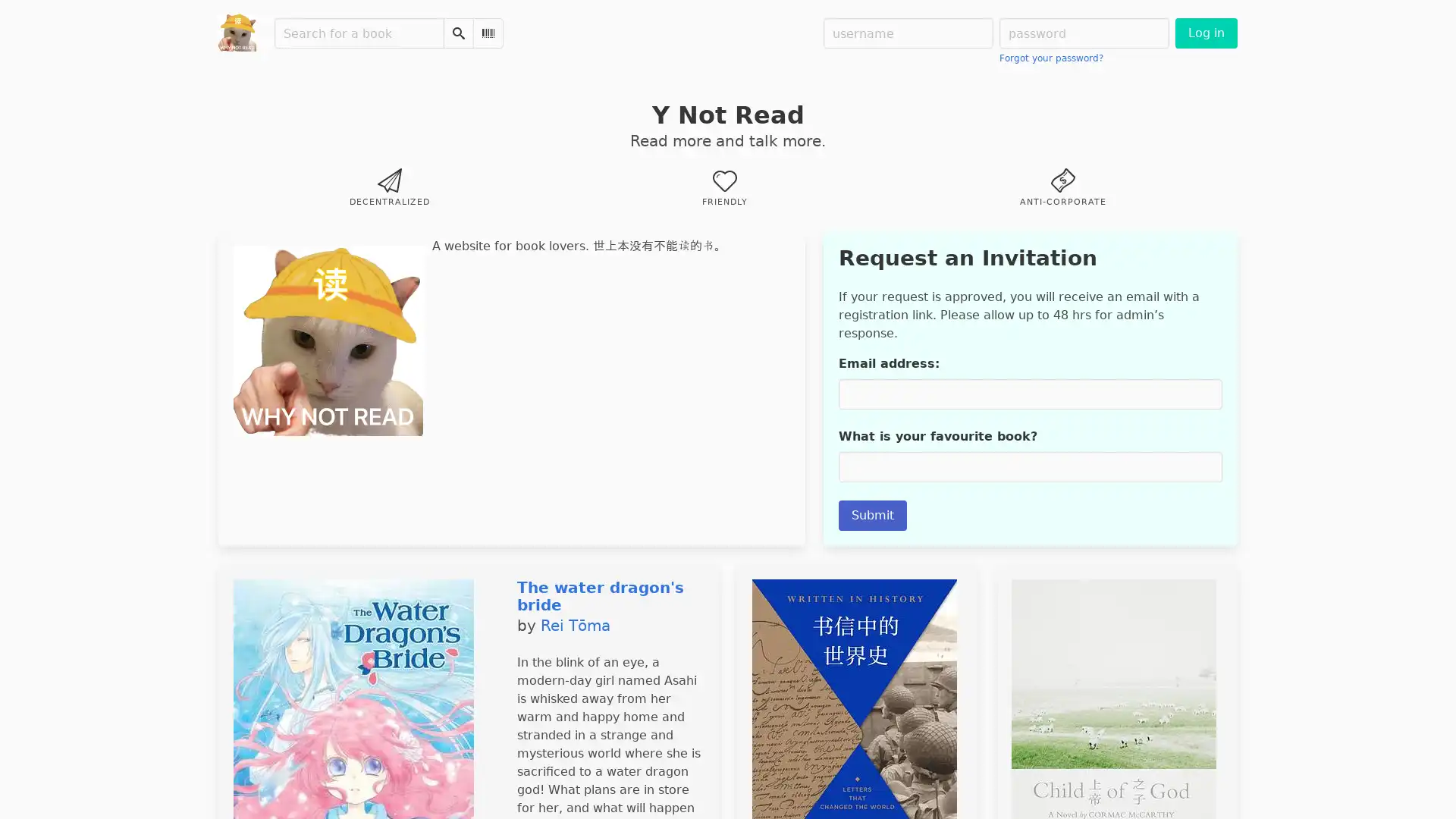 The image size is (1456, 819). I want to click on Search, so click(457, 33).